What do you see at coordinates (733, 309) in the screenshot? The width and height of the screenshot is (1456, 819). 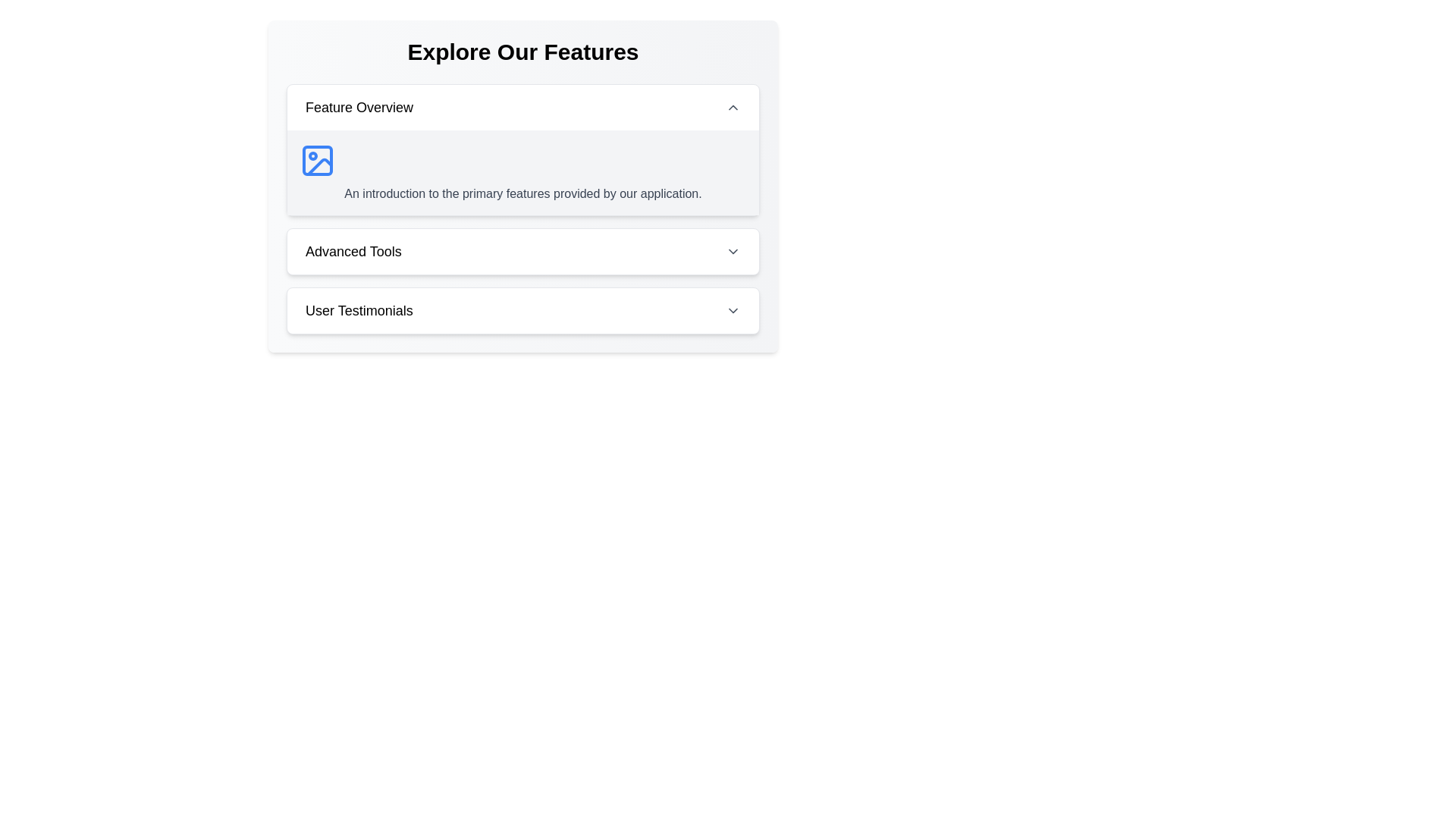 I see `the toggle indicator icon located in the 'User Testimonials' section` at bounding box center [733, 309].